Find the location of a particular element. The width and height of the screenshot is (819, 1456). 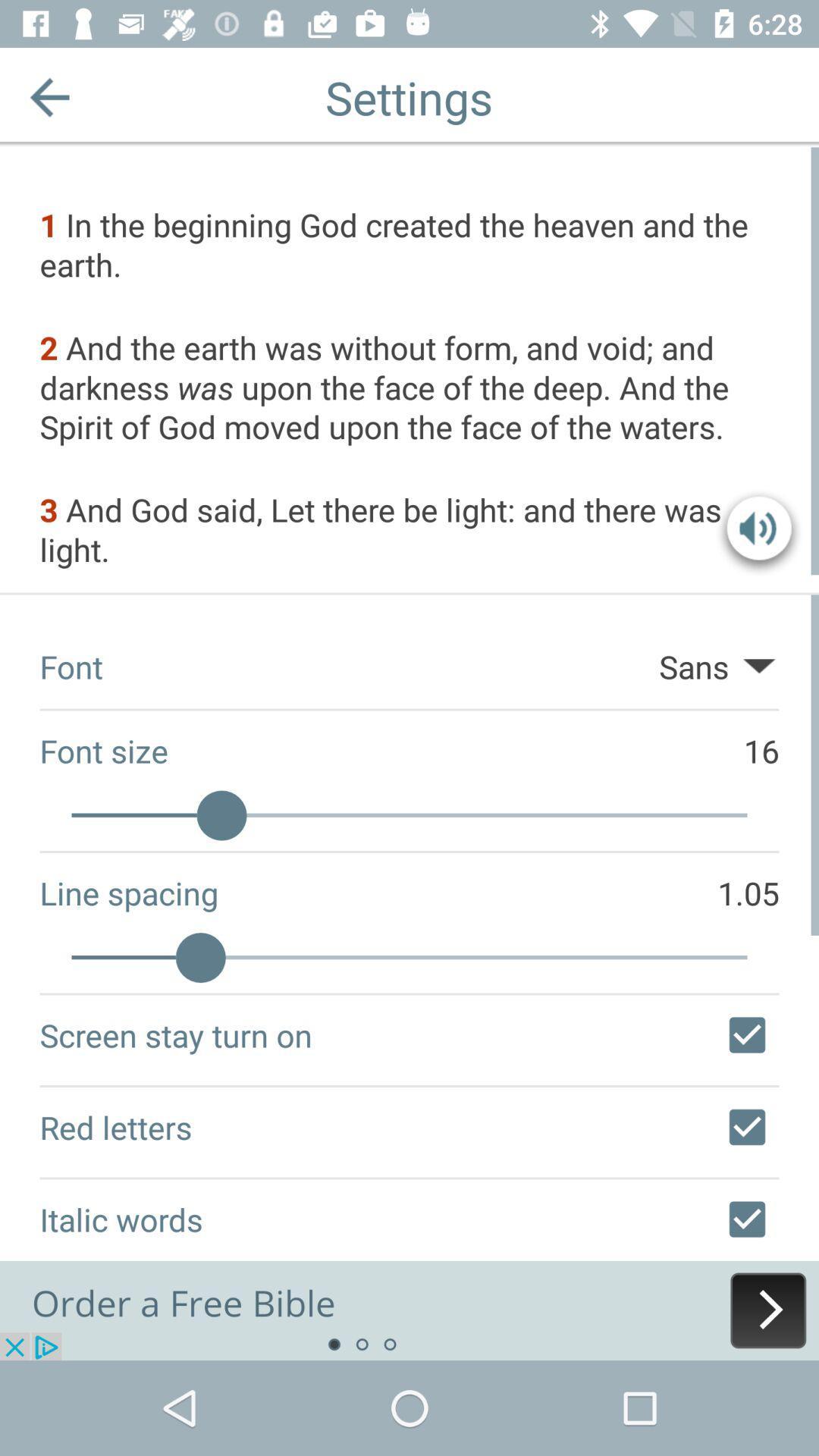

screen stay turn on is located at coordinates (746, 1034).